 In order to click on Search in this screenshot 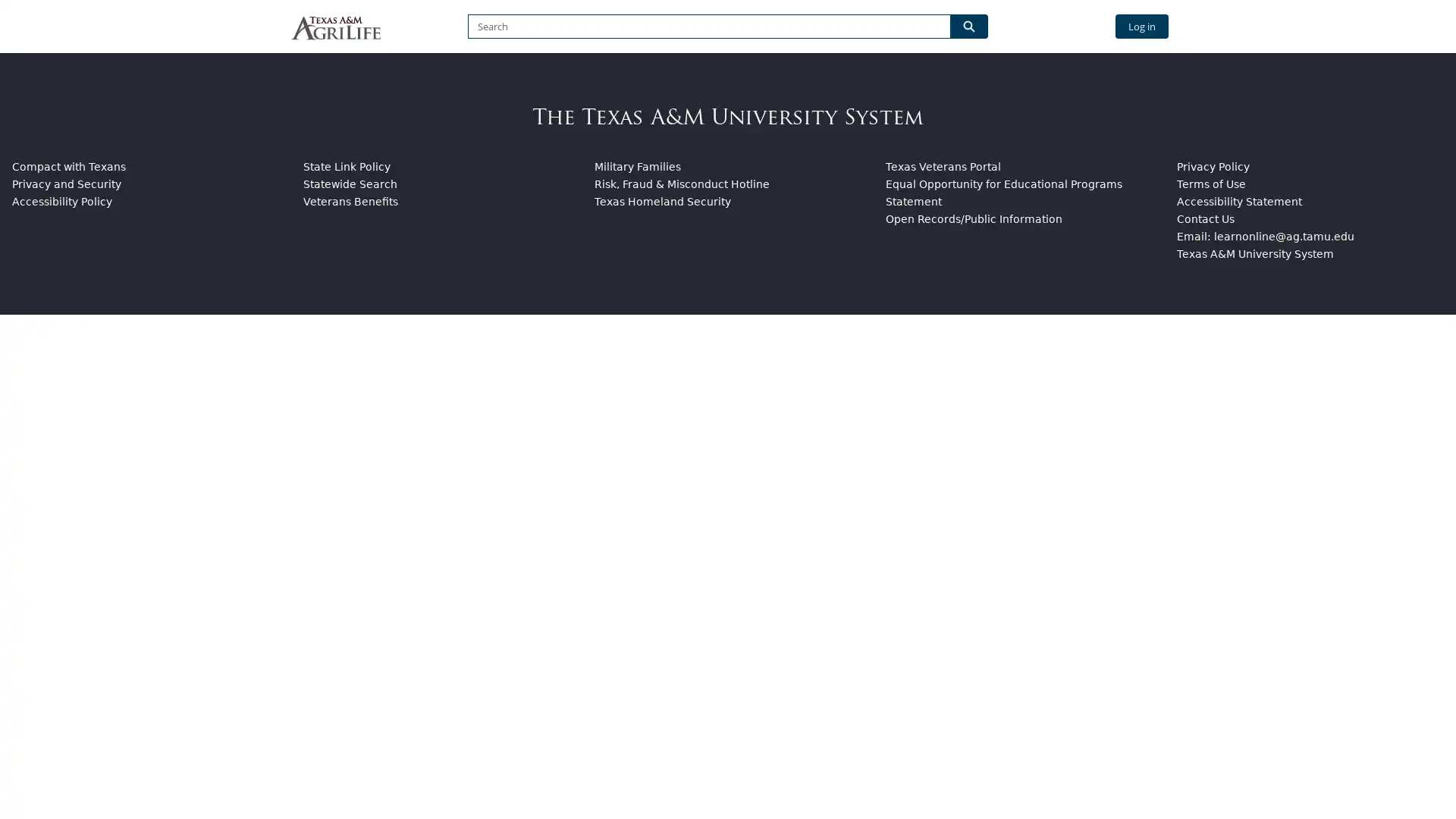, I will do `click(968, 26)`.